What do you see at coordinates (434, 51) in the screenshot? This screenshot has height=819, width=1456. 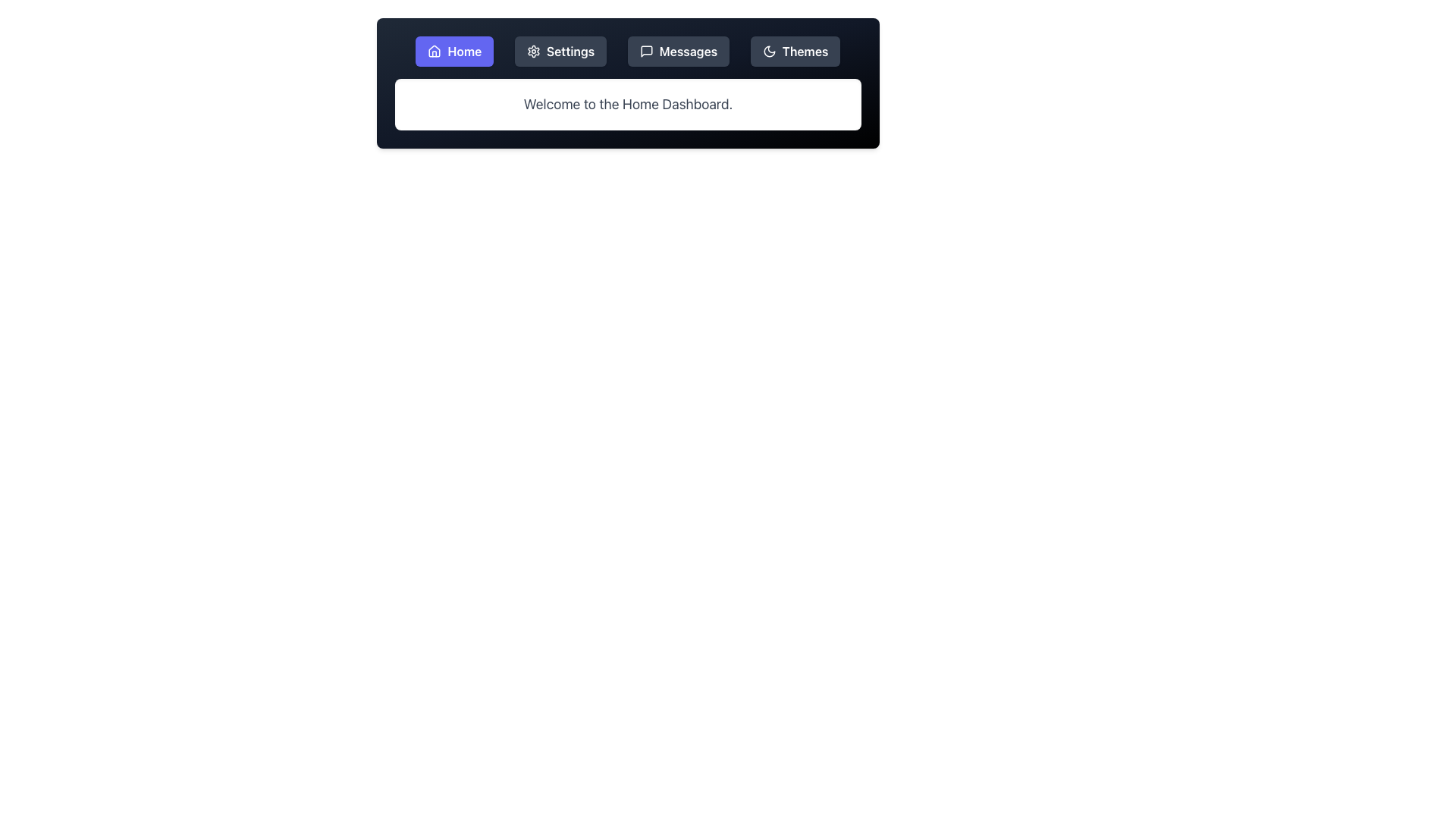 I see `the house icon, which is a minimalist line art style element with a triangular roof and rectangular base, located to the left of the 'Home' text` at bounding box center [434, 51].